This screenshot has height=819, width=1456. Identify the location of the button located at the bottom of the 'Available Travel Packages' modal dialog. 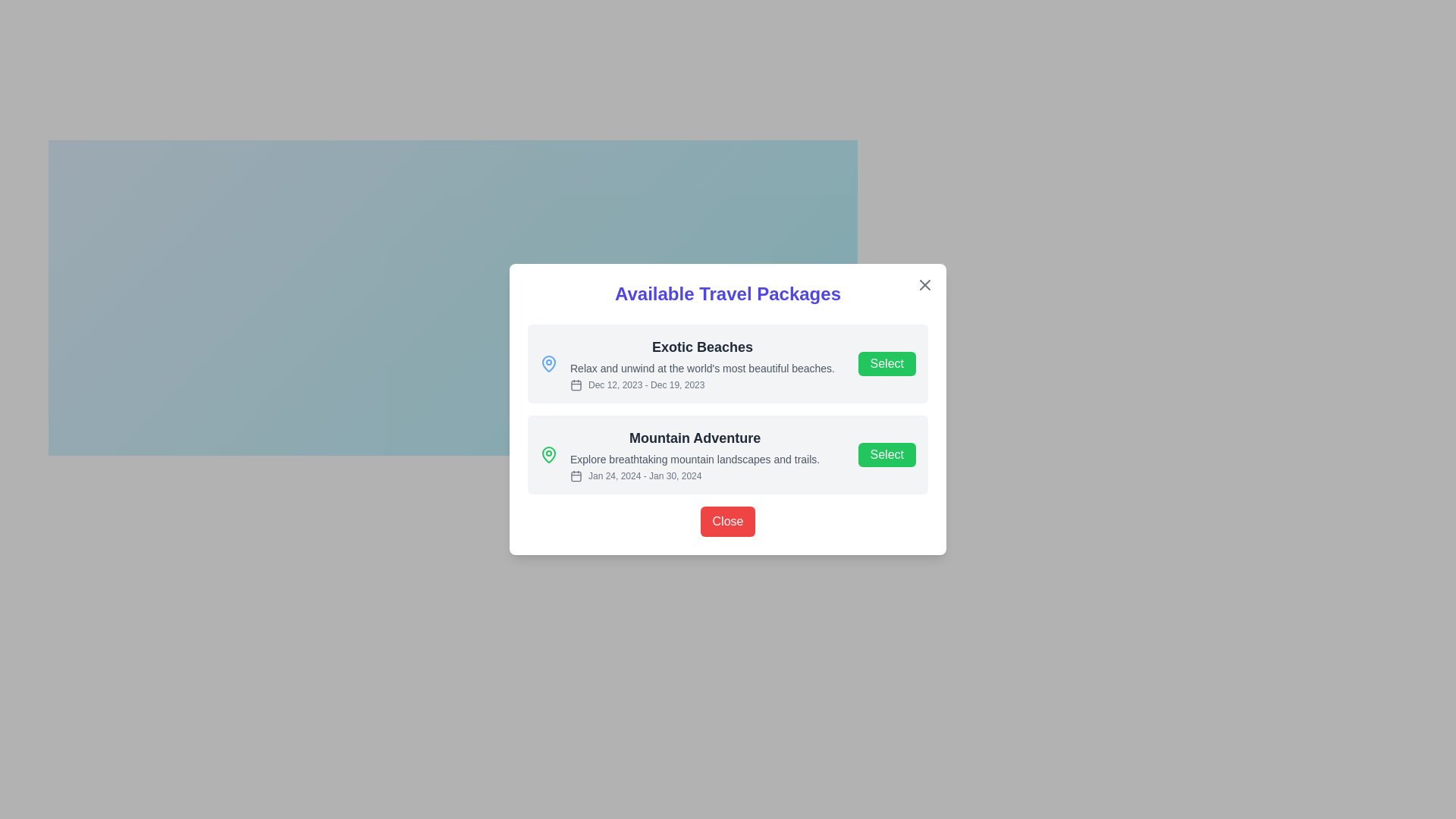
(728, 520).